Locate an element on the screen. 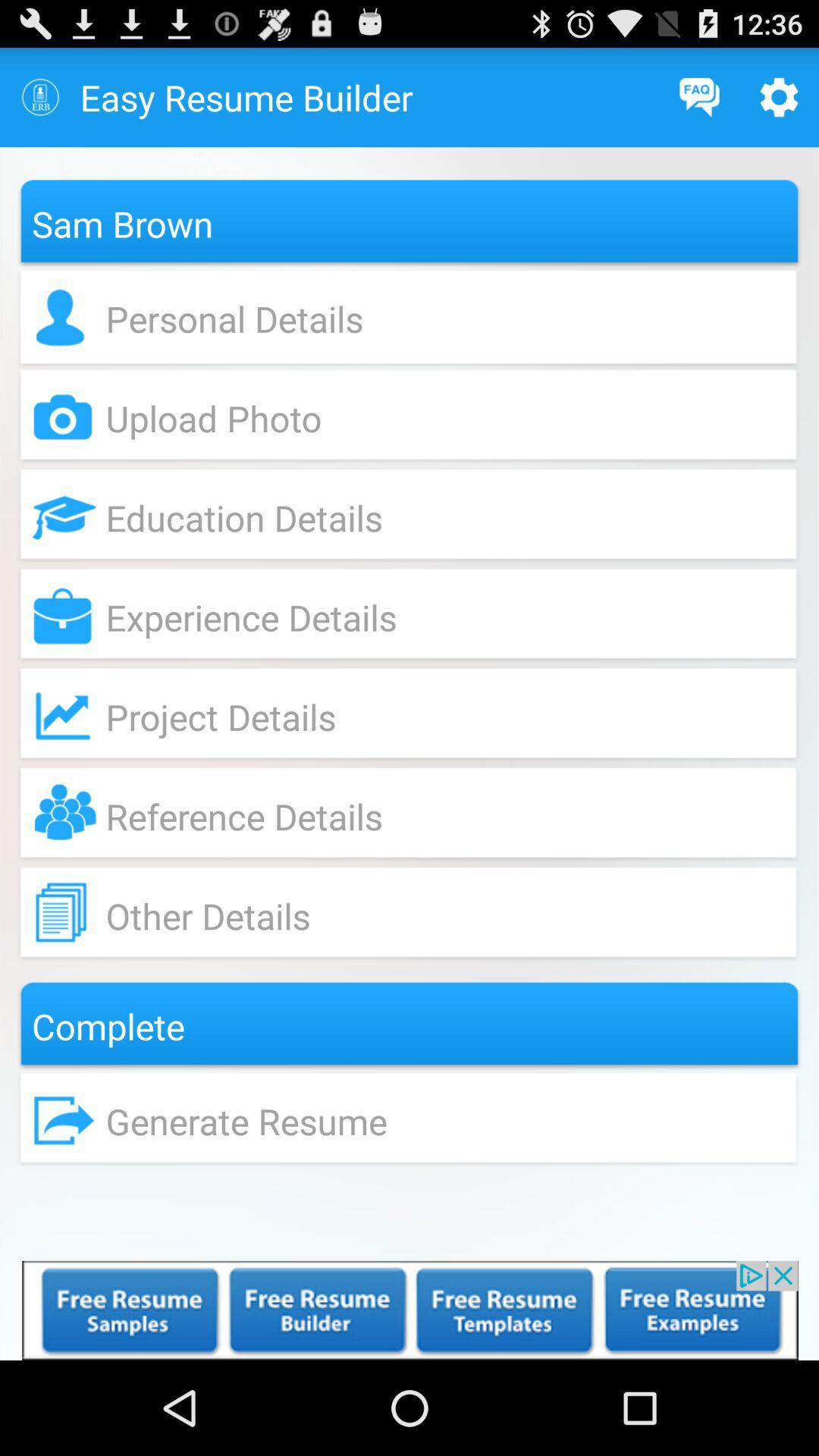  settings is located at coordinates (779, 96).